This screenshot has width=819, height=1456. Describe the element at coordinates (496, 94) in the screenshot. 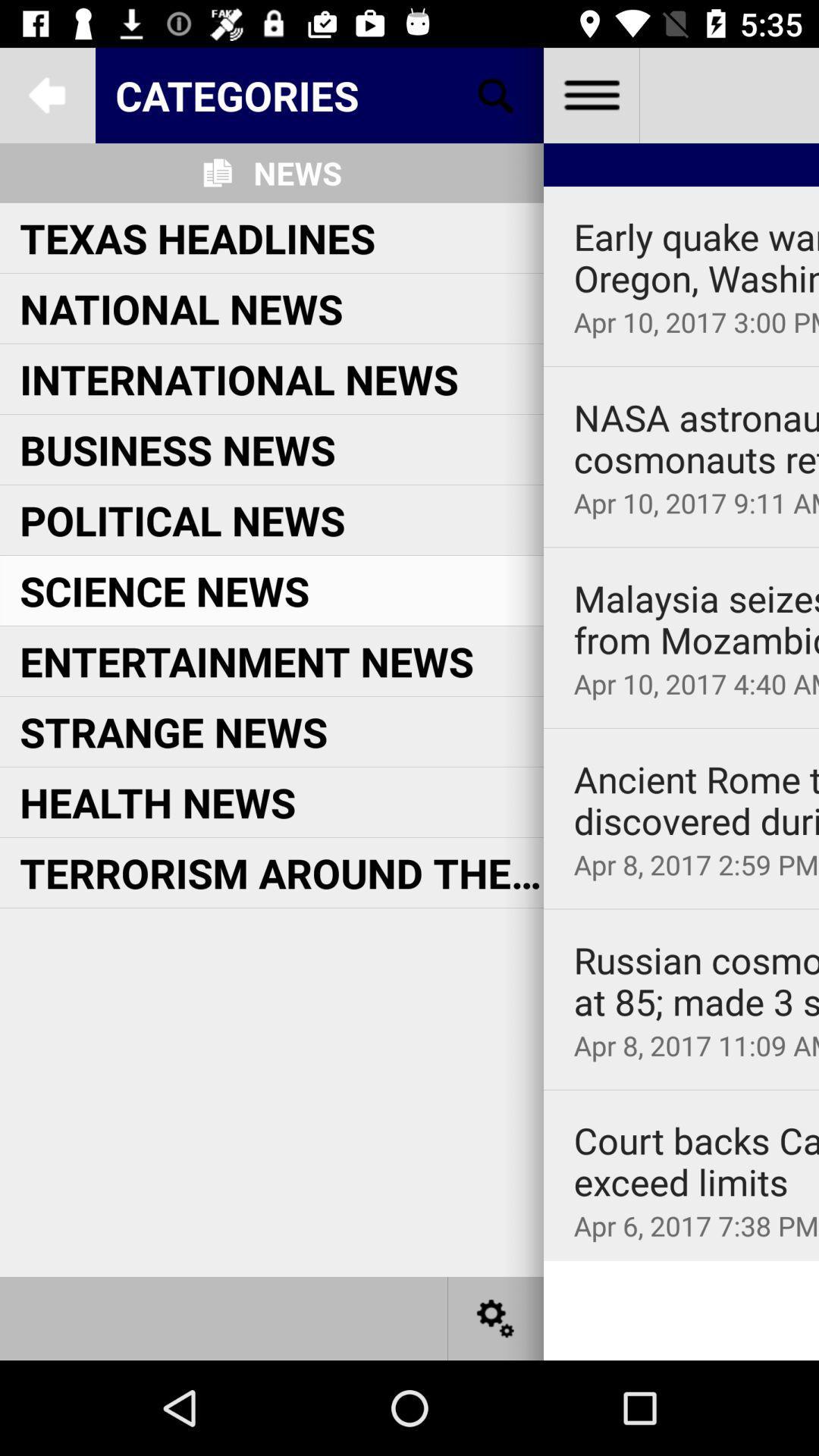

I see `icon next to the news` at that location.